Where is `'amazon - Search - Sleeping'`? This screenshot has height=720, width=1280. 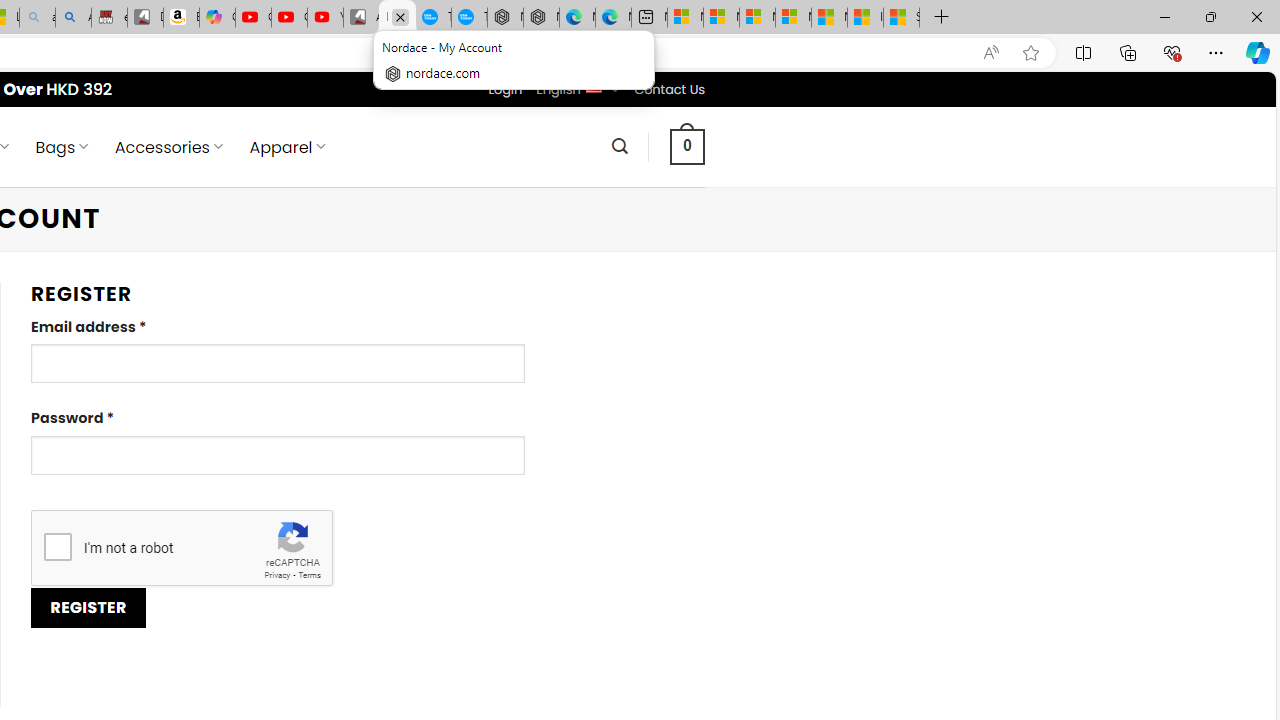
'amazon - Search - Sleeping' is located at coordinates (37, 17).